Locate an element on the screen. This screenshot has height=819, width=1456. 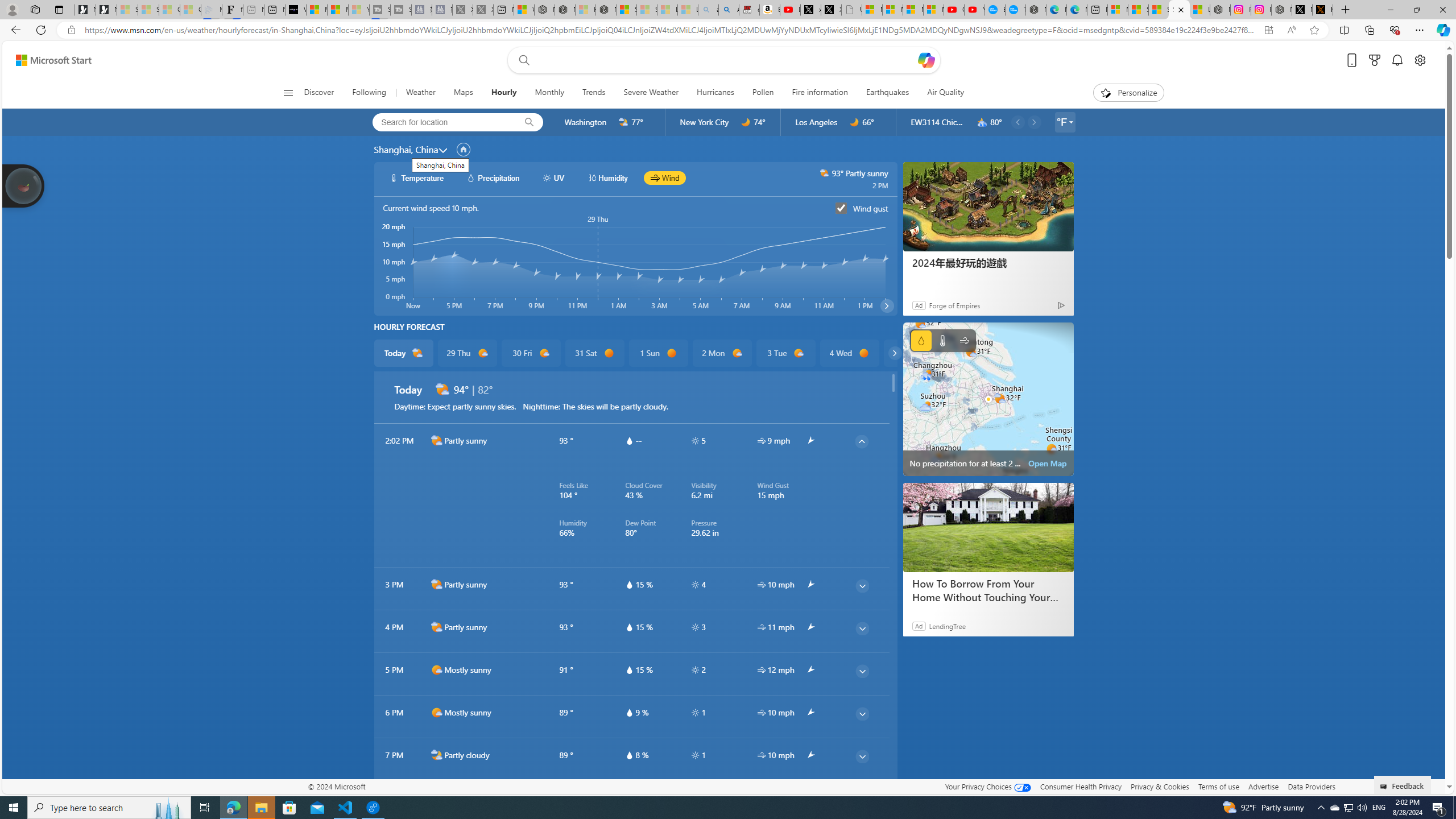
'Hurricanes' is located at coordinates (715, 92).